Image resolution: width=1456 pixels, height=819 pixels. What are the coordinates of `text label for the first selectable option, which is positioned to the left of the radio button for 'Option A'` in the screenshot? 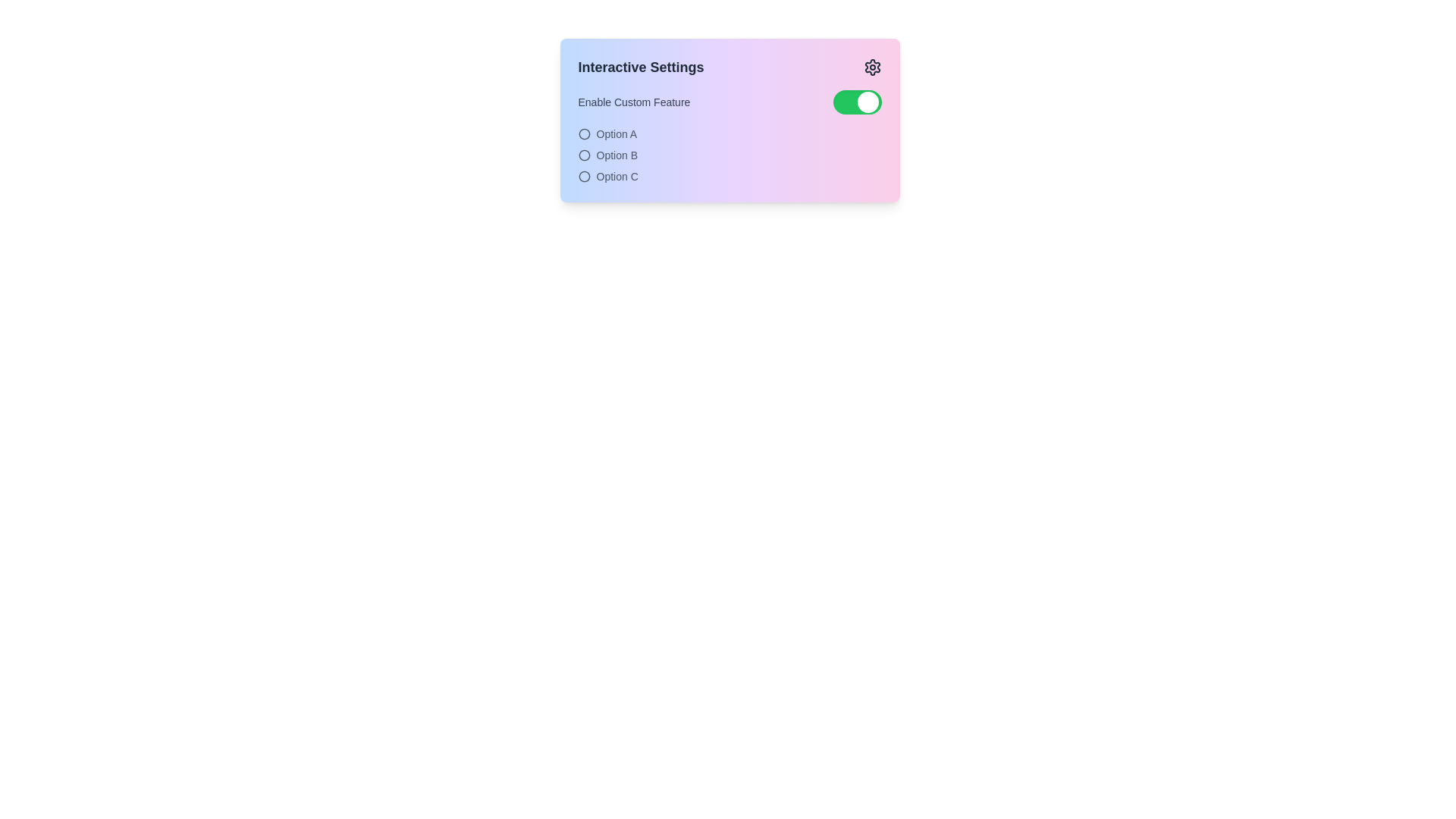 It's located at (617, 133).